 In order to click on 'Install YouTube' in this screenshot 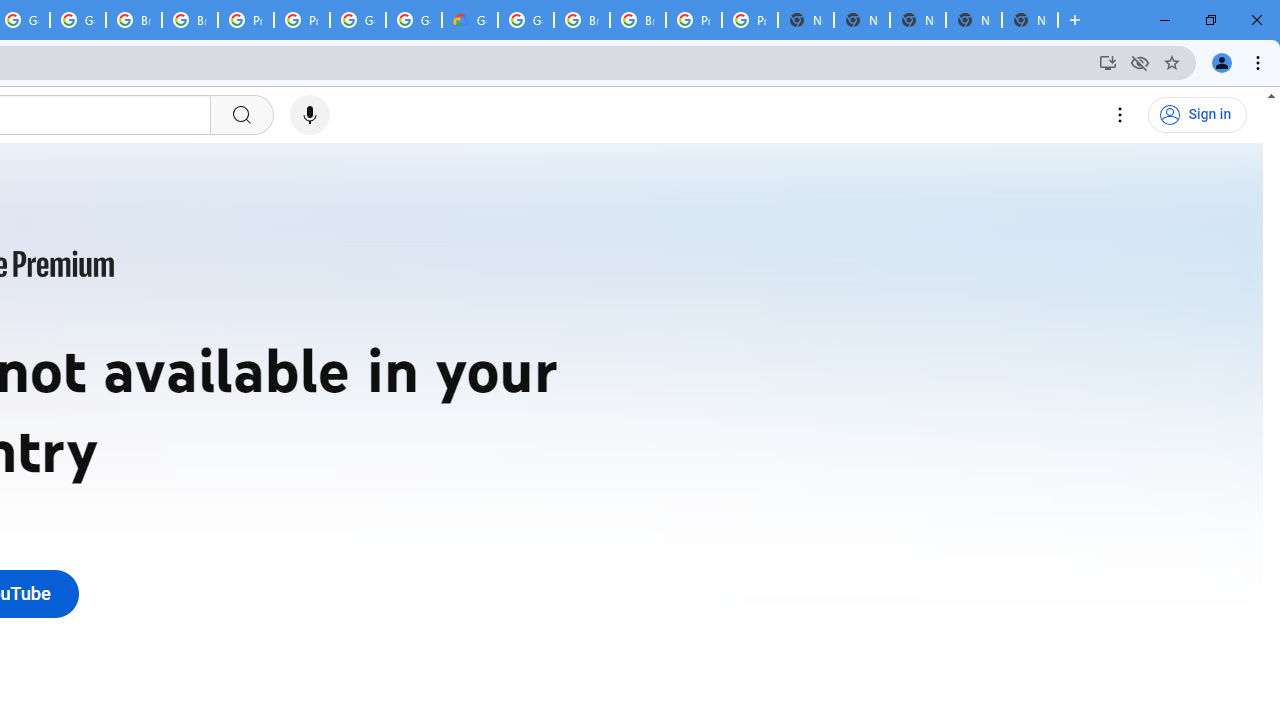, I will do `click(1106, 61)`.